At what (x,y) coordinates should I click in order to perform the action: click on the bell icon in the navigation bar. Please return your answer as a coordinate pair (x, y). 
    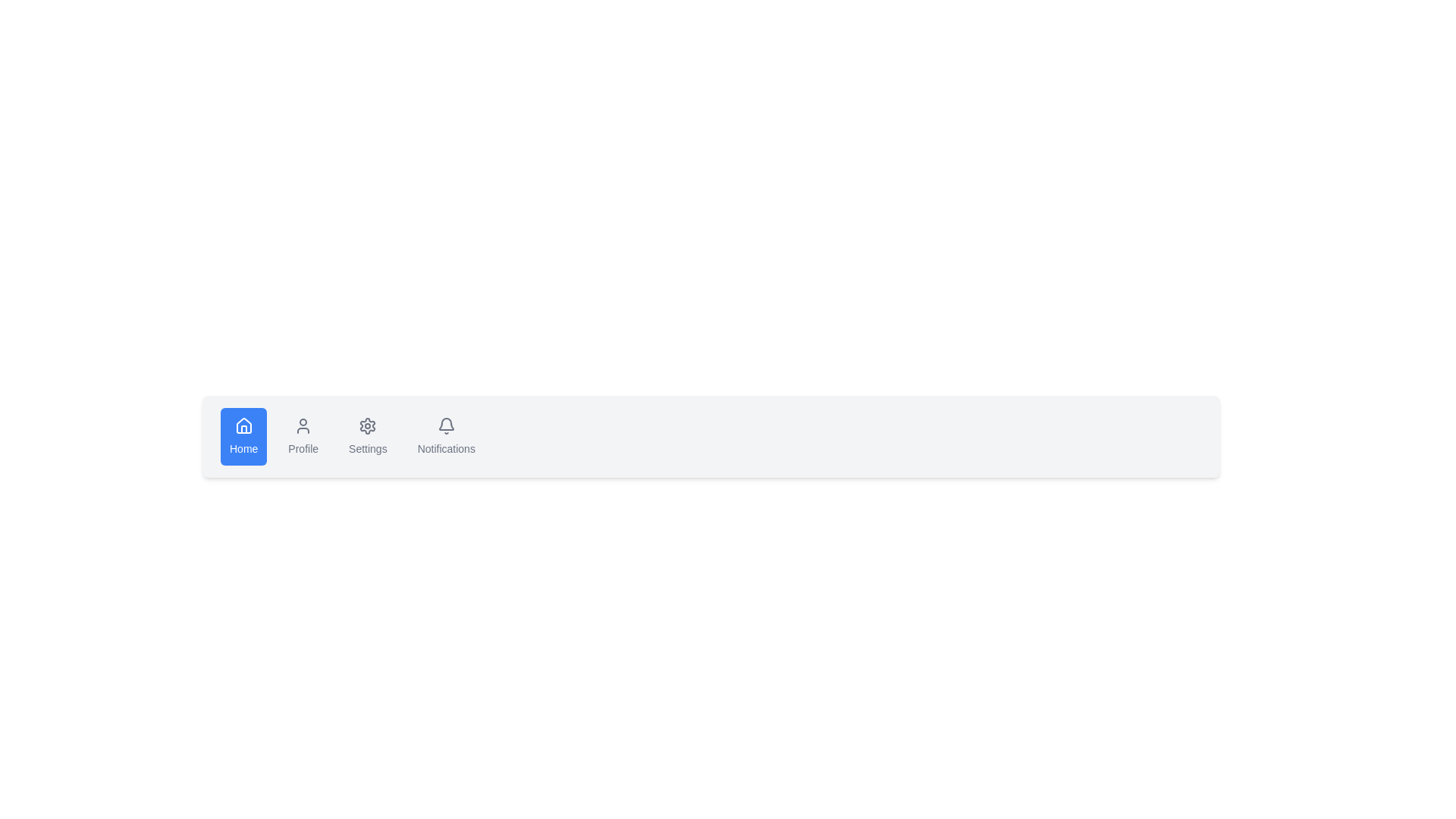
    Looking at the image, I should click on (445, 426).